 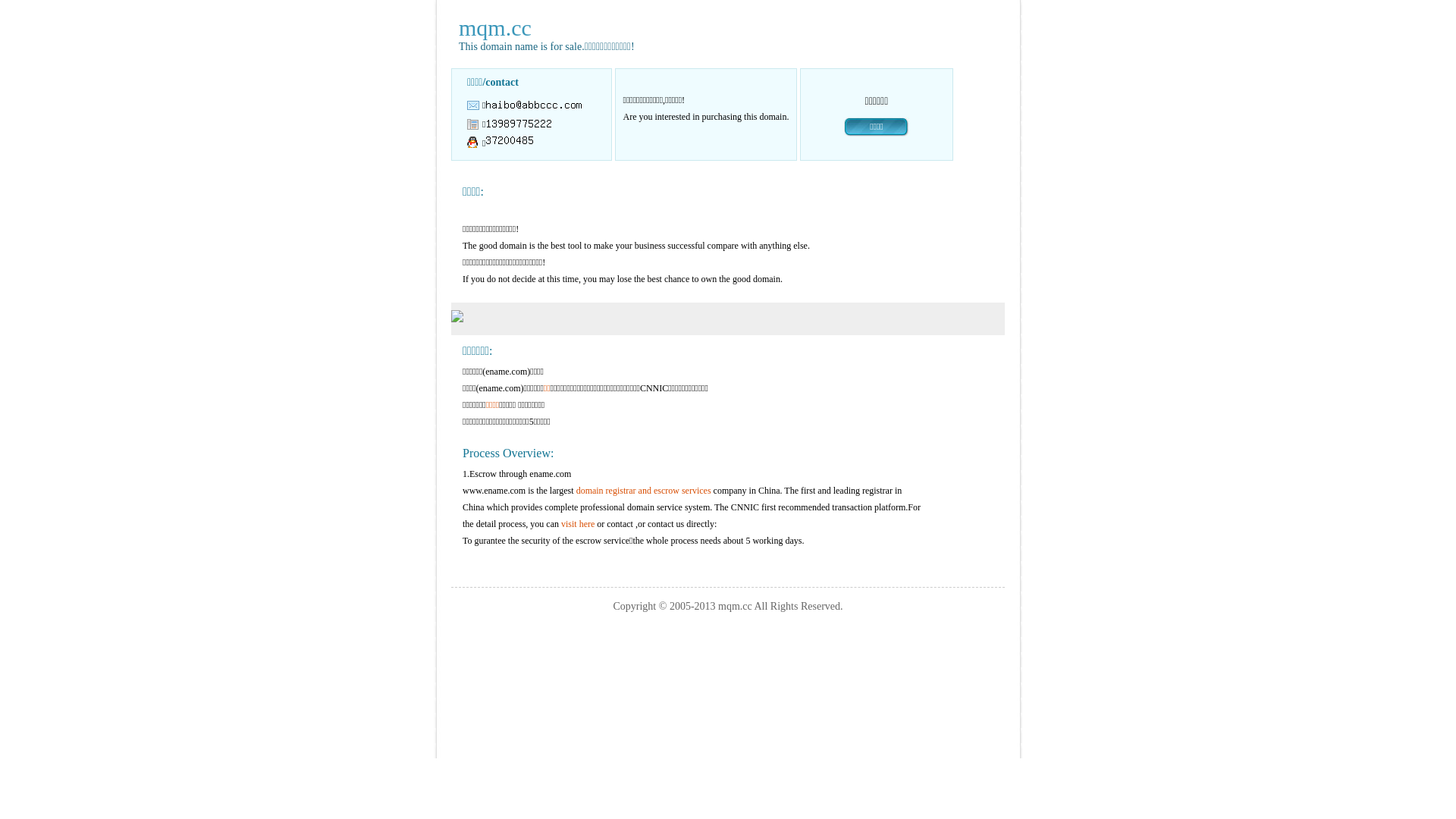 What do you see at coordinates (577, 522) in the screenshot?
I see `'visit here'` at bounding box center [577, 522].